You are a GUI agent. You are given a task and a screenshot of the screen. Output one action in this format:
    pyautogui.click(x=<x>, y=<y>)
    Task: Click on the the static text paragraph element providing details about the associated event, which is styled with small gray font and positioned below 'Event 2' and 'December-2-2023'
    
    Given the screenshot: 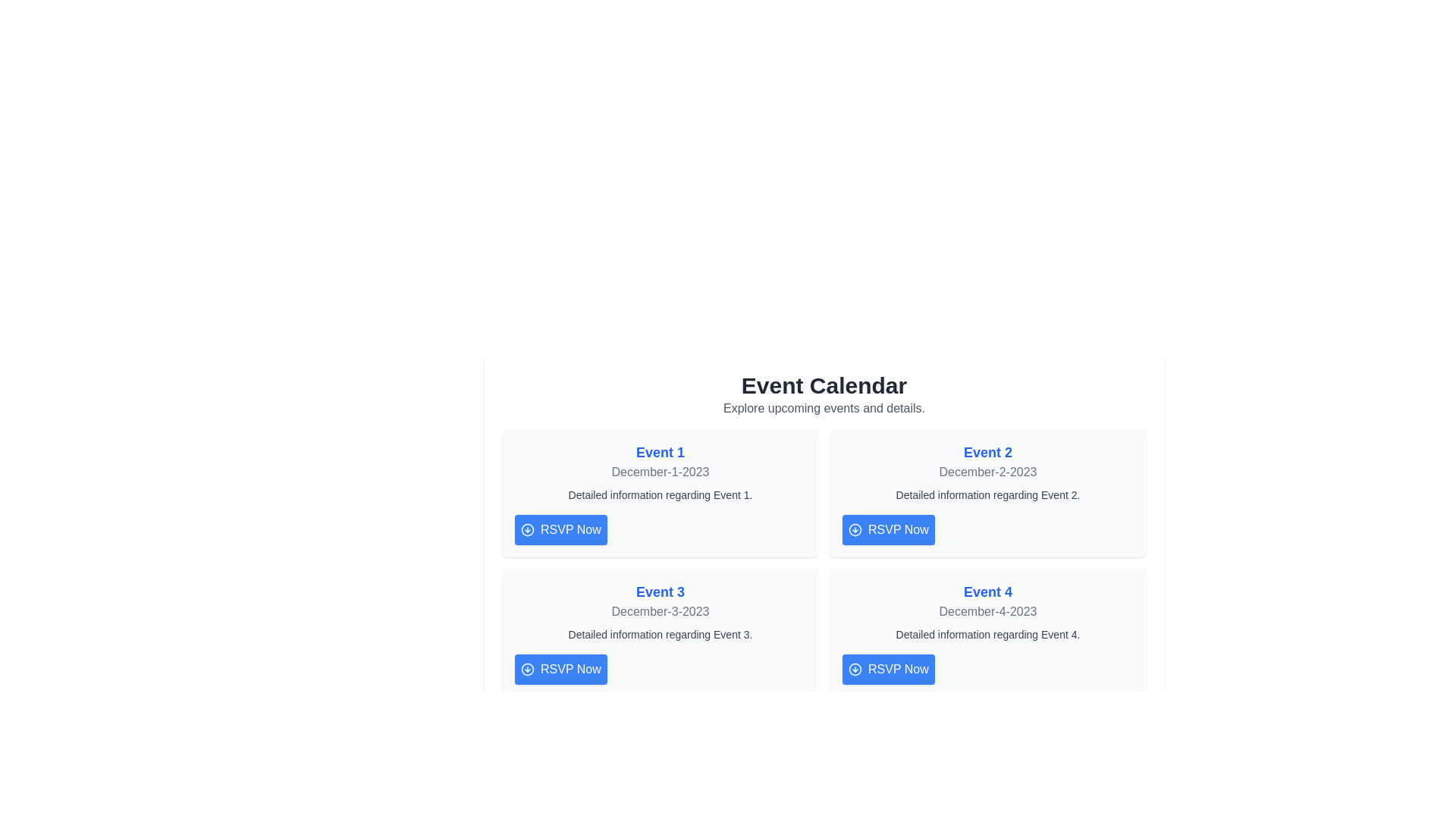 What is the action you would take?
    pyautogui.click(x=987, y=494)
    